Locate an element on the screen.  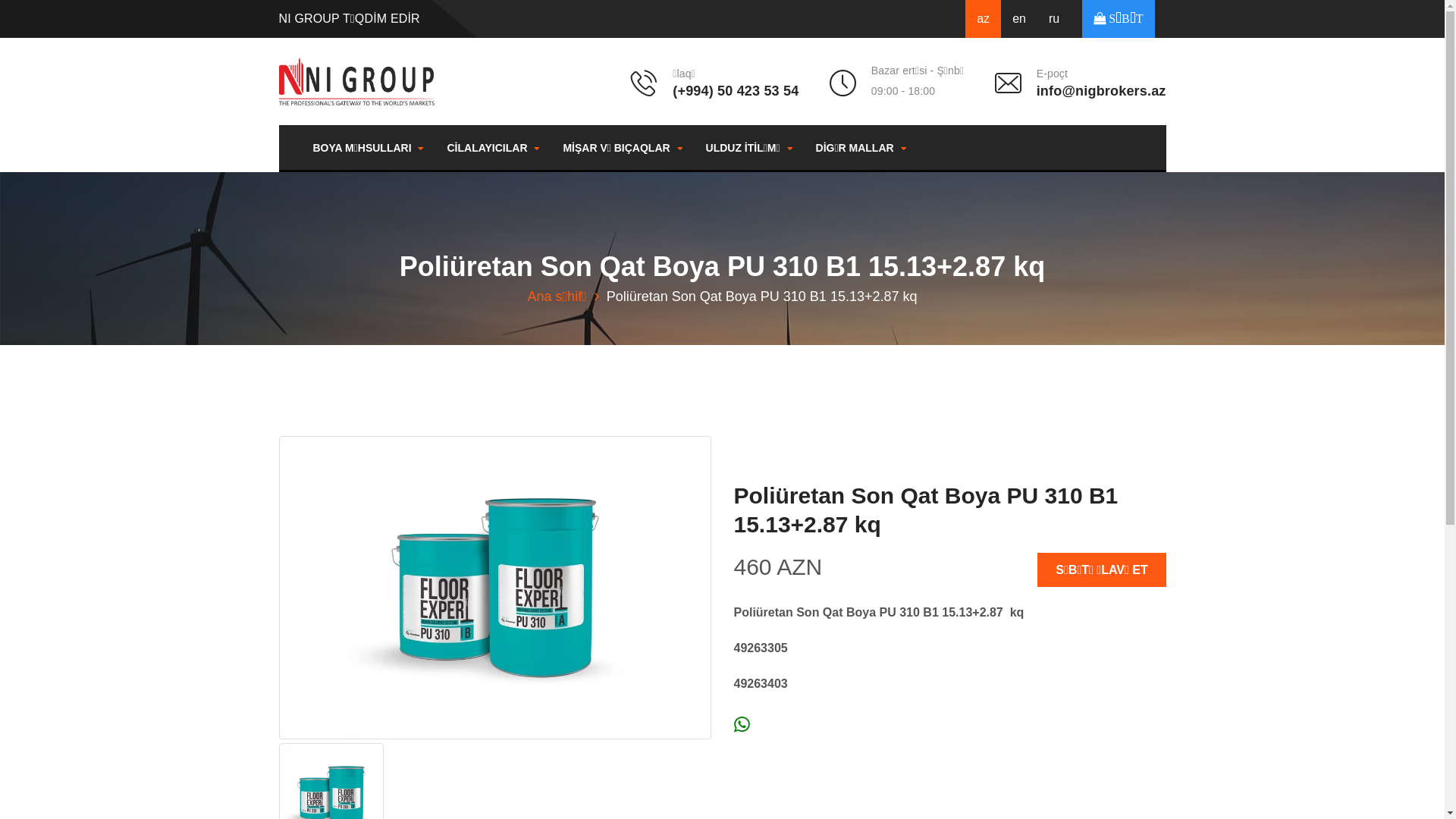
'ru' is located at coordinates (1037, 18).